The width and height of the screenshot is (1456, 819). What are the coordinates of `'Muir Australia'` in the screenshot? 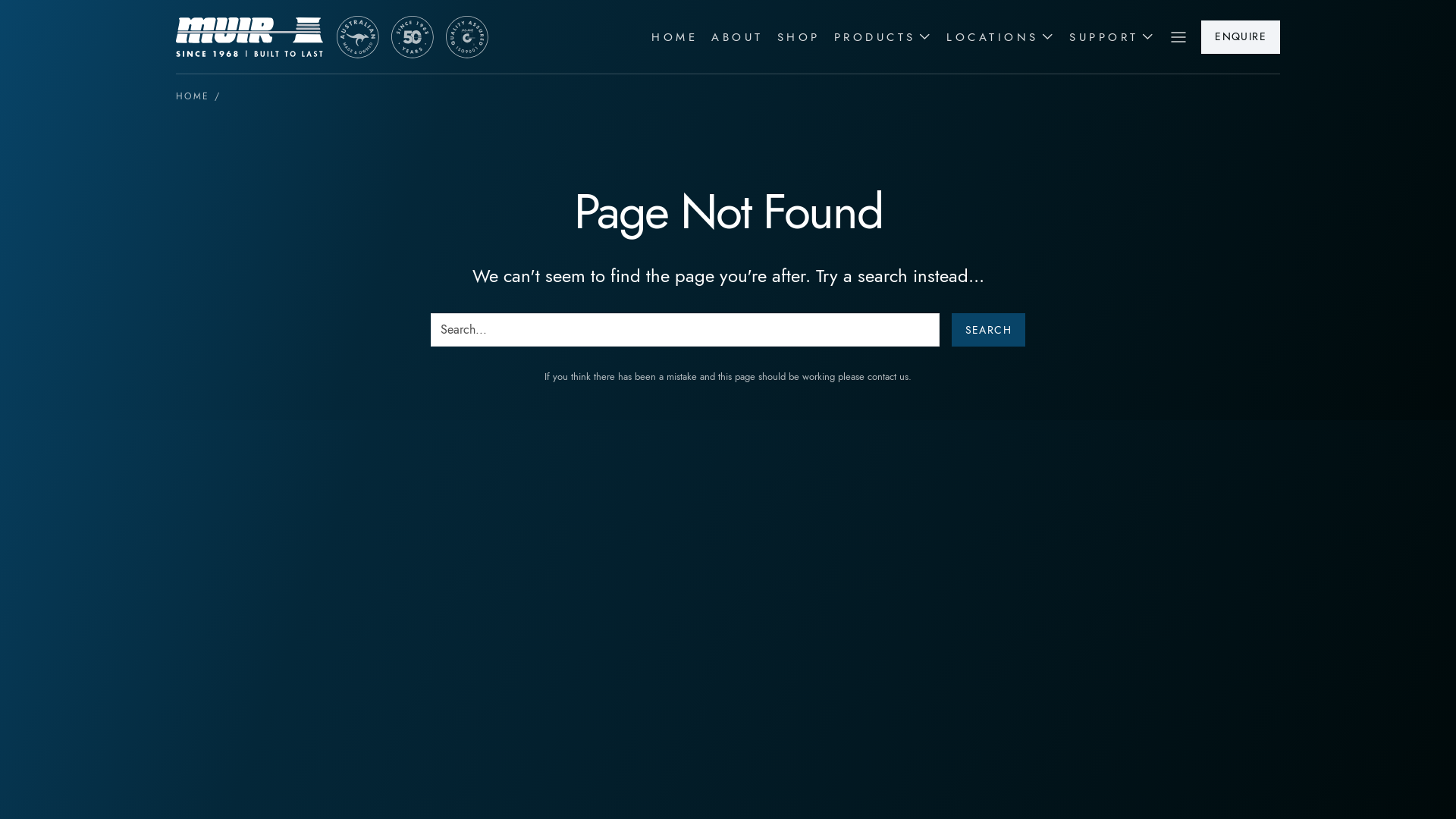 It's located at (412, 36).